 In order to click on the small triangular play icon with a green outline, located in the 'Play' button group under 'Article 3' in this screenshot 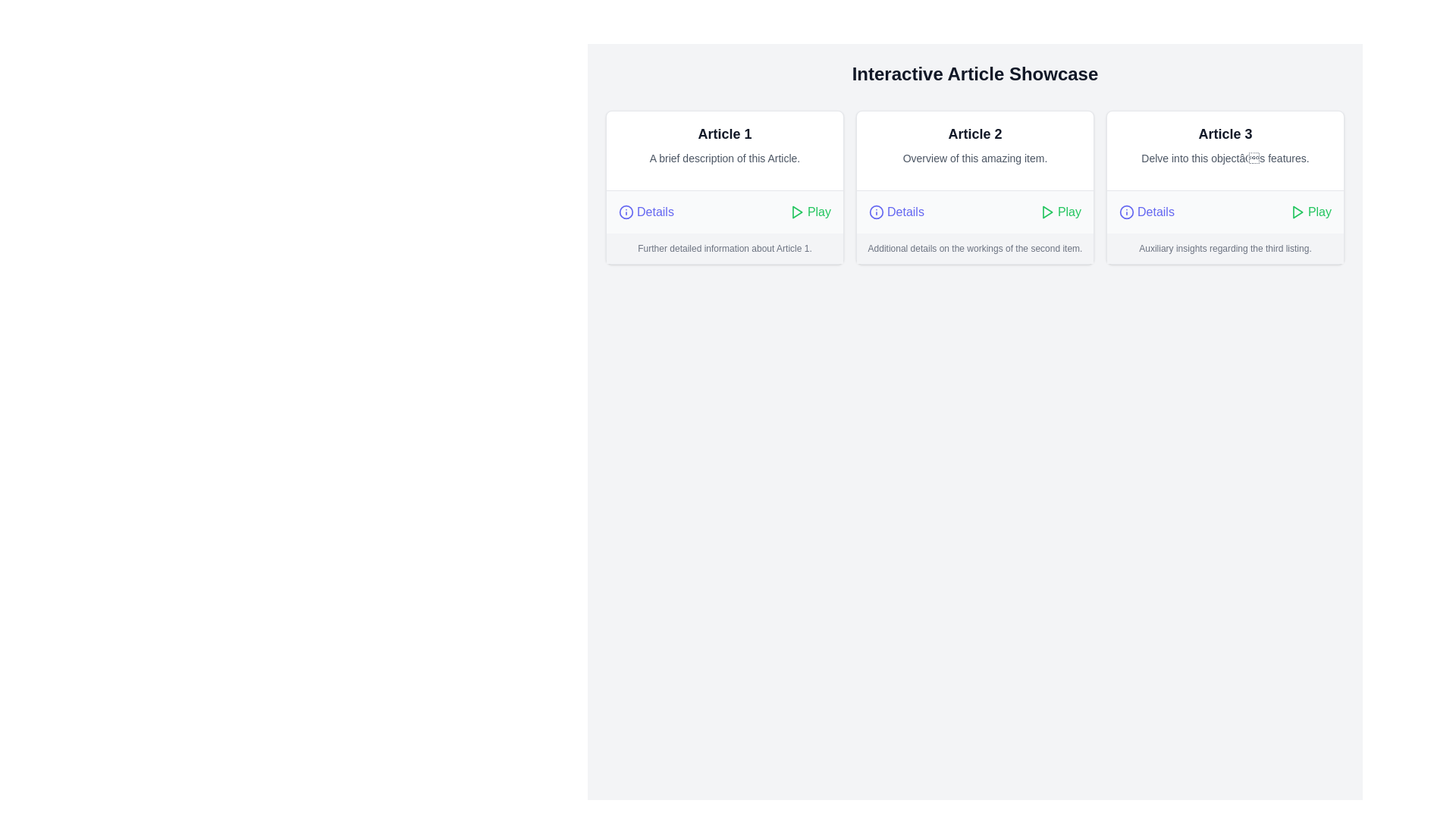, I will do `click(1296, 212)`.